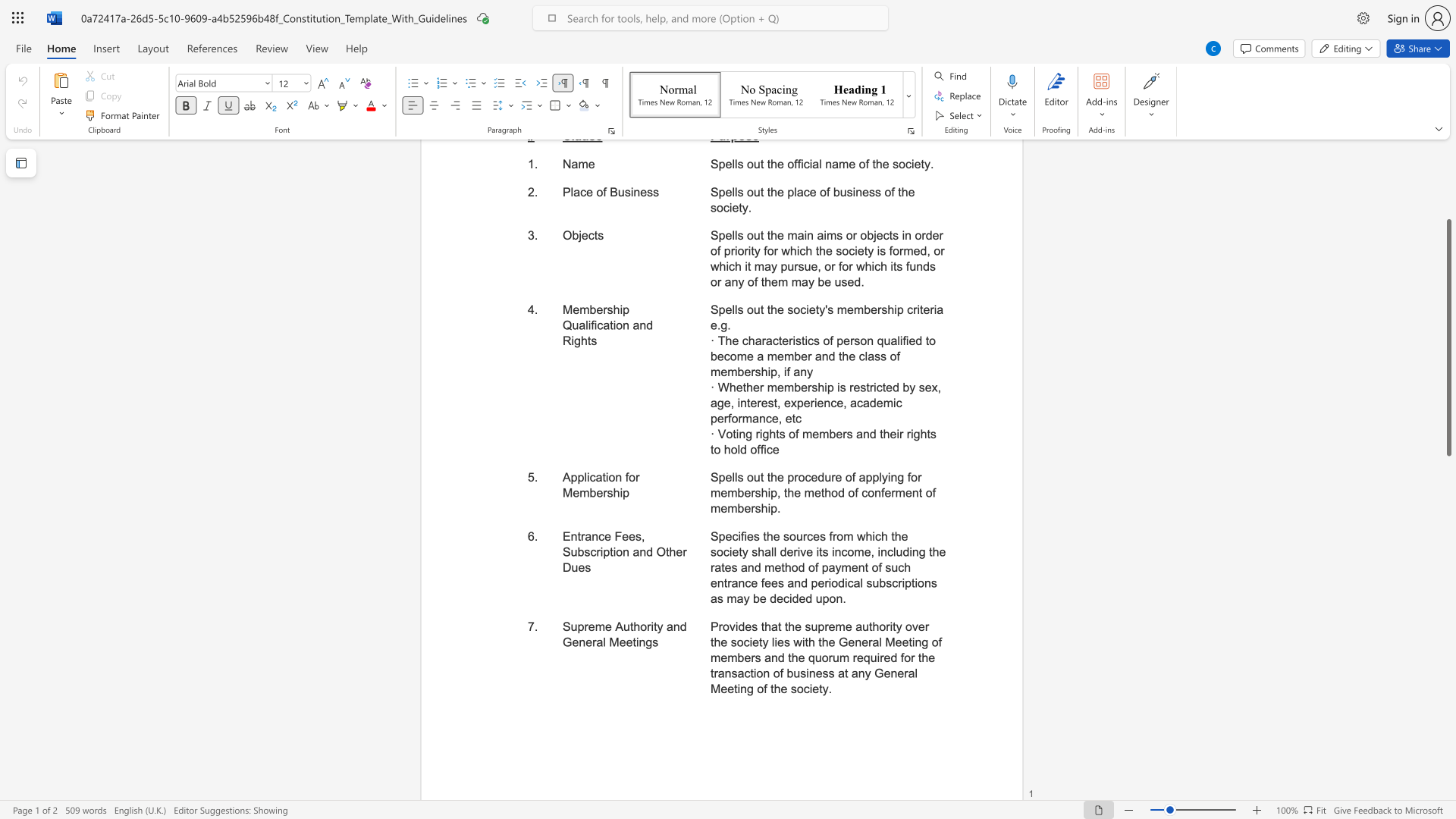  I want to click on the scrollbar and move down 90 pixels, so click(1448, 337).